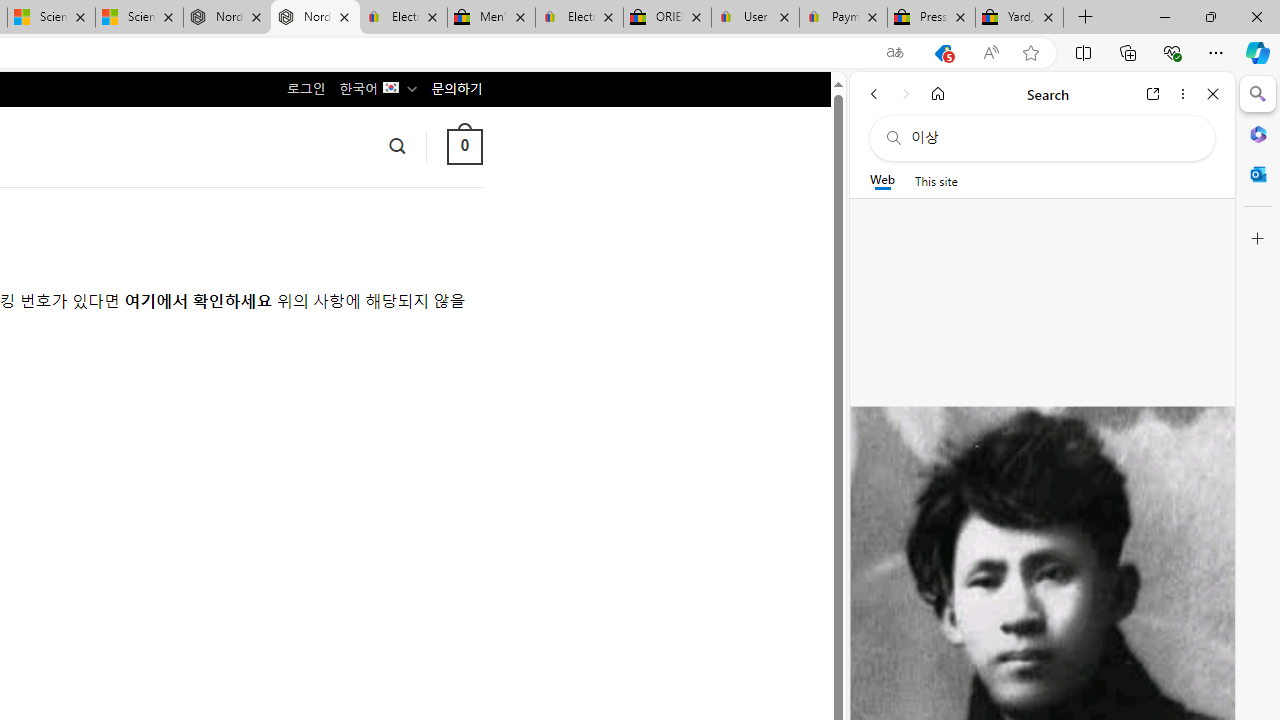 This screenshot has width=1280, height=720. What do you see at coordinates (942, 52) in the screenshot?
I see `'This site has coupons! Shopping in Microsoft Edge, 5'` at bounding box center [942, 52].